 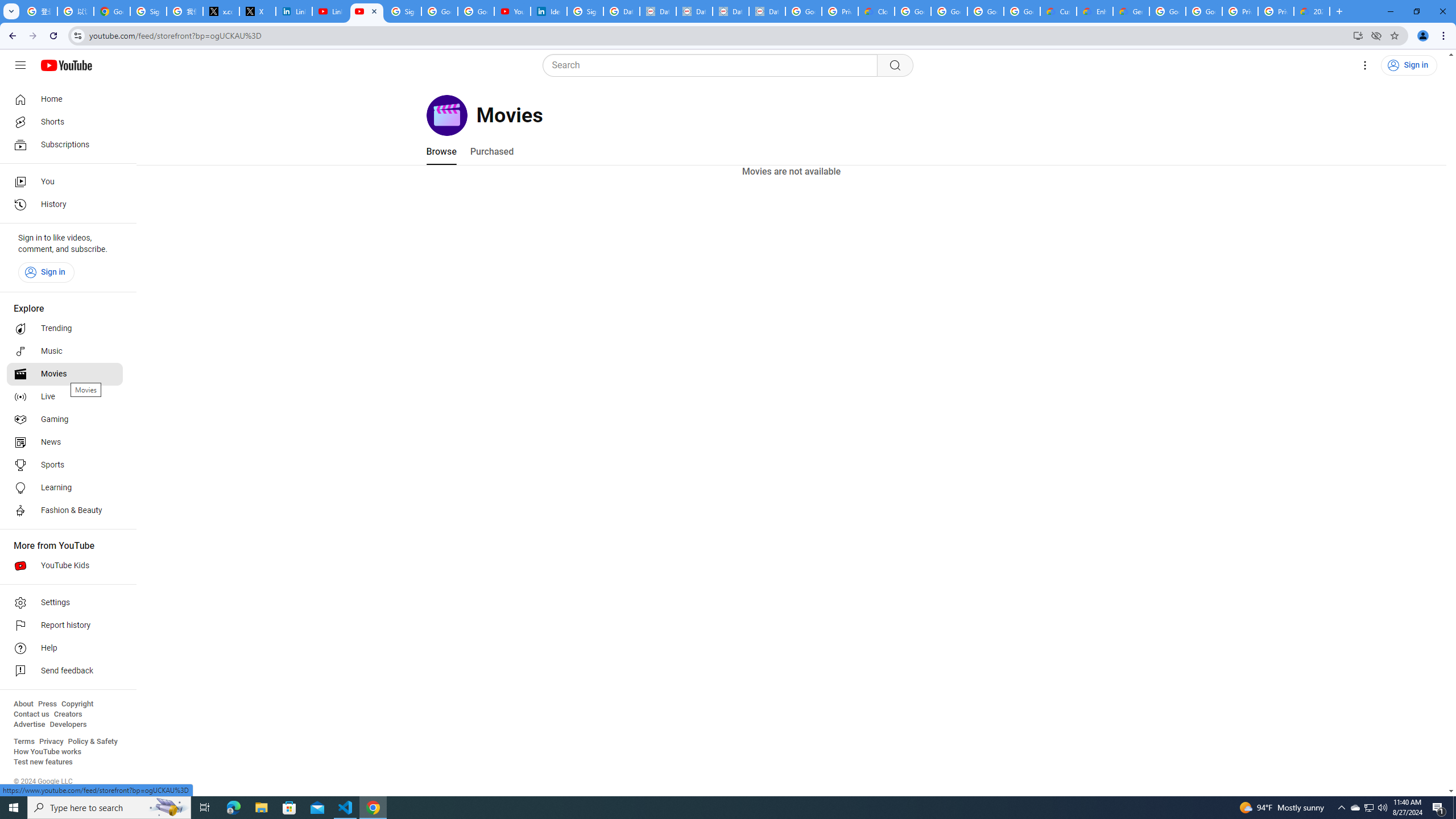 What do you see at coordinates (28, 723) in the screenshot?
I see `'Advertise'` at bounding box center [28, 723].